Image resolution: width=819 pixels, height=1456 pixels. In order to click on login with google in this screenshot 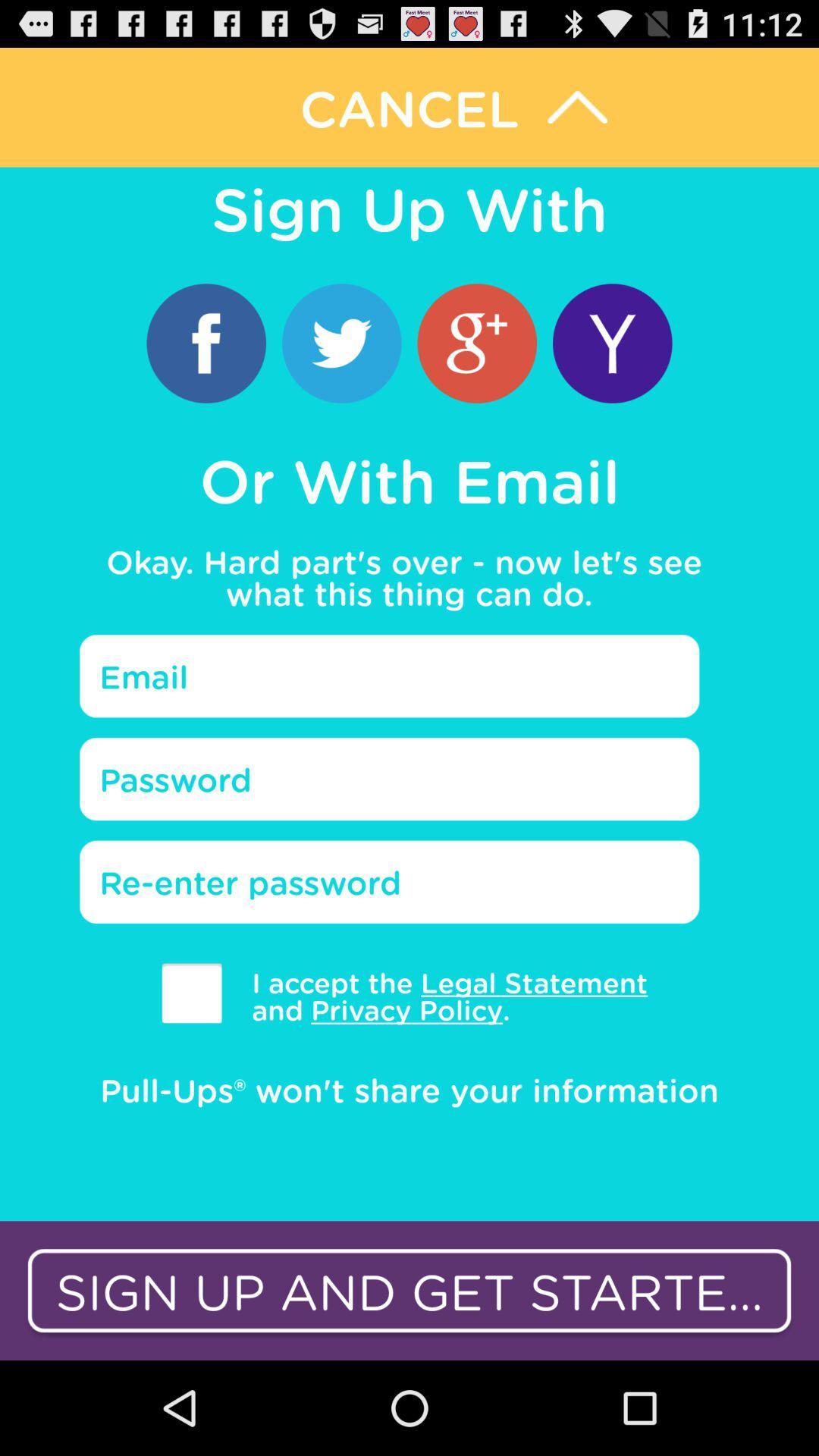, I will do `click(476, 342)`.